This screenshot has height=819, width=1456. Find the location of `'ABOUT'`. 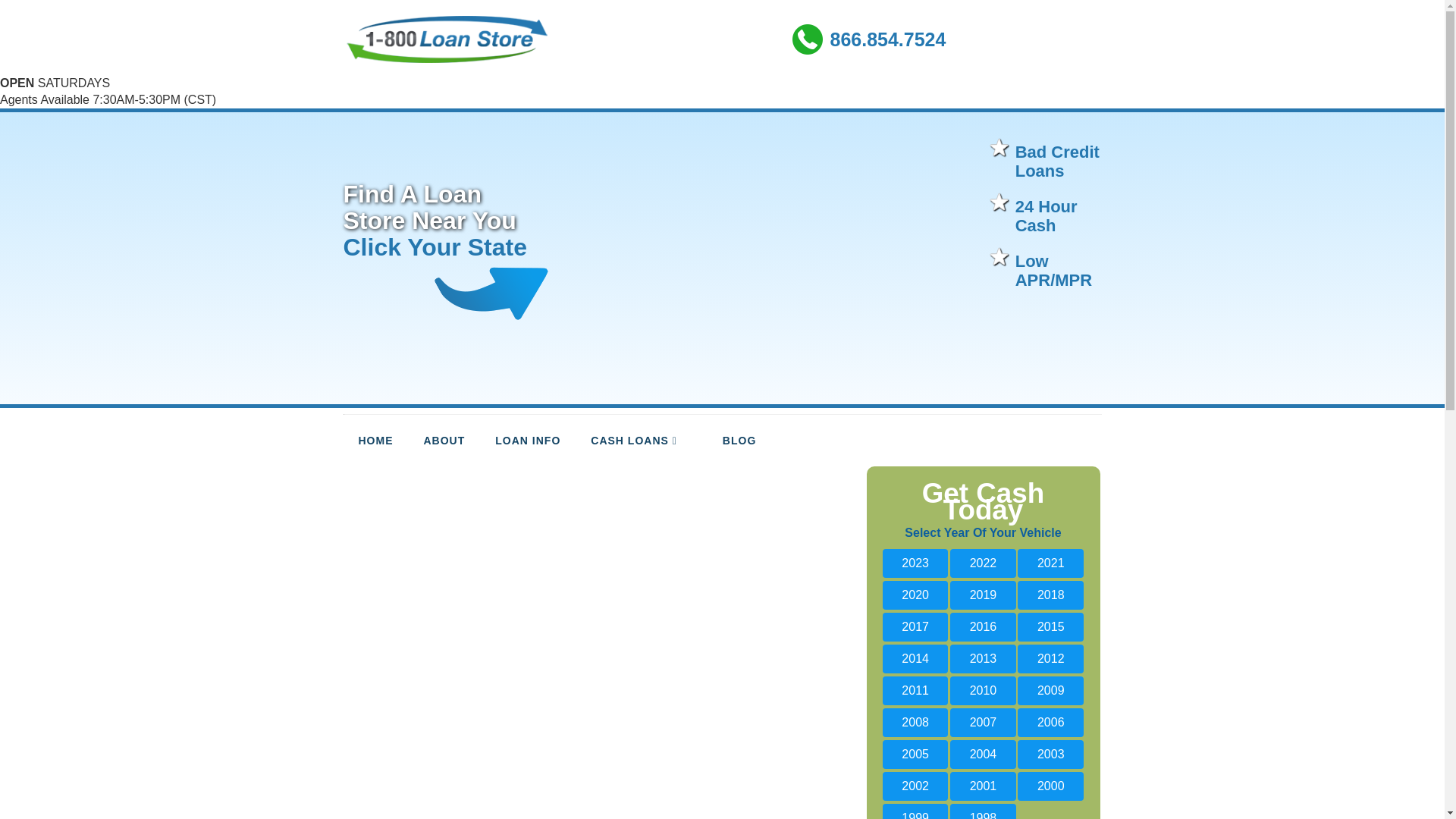

'ABOUT' is located at coordinates (443, 441).